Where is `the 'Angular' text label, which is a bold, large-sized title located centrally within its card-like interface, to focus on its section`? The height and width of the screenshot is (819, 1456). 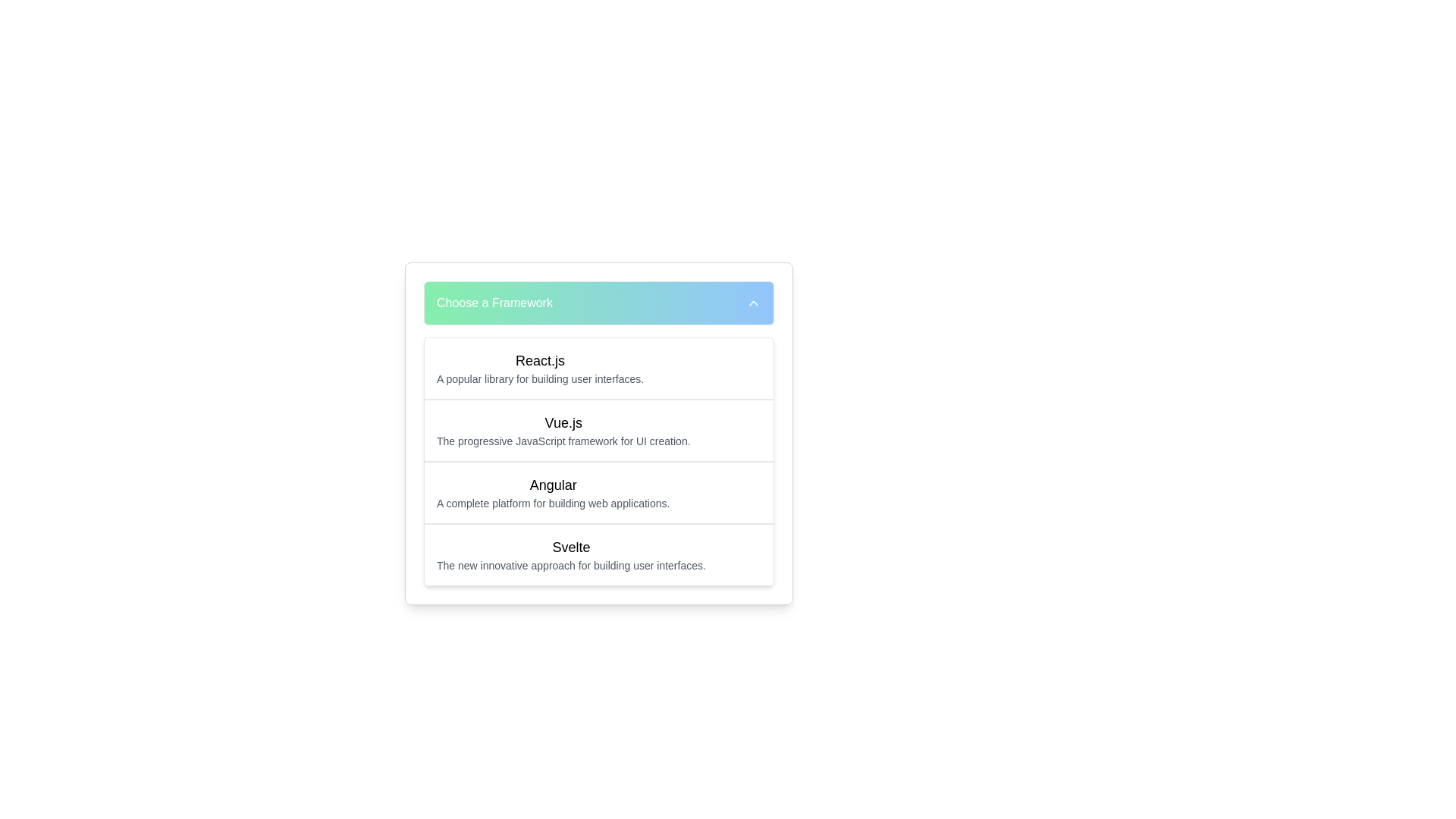 the 'Angular' text label, which is a bold, large-sized title located centrally within its card-like interface, to focus on its section is located at coordinates (552, 485).